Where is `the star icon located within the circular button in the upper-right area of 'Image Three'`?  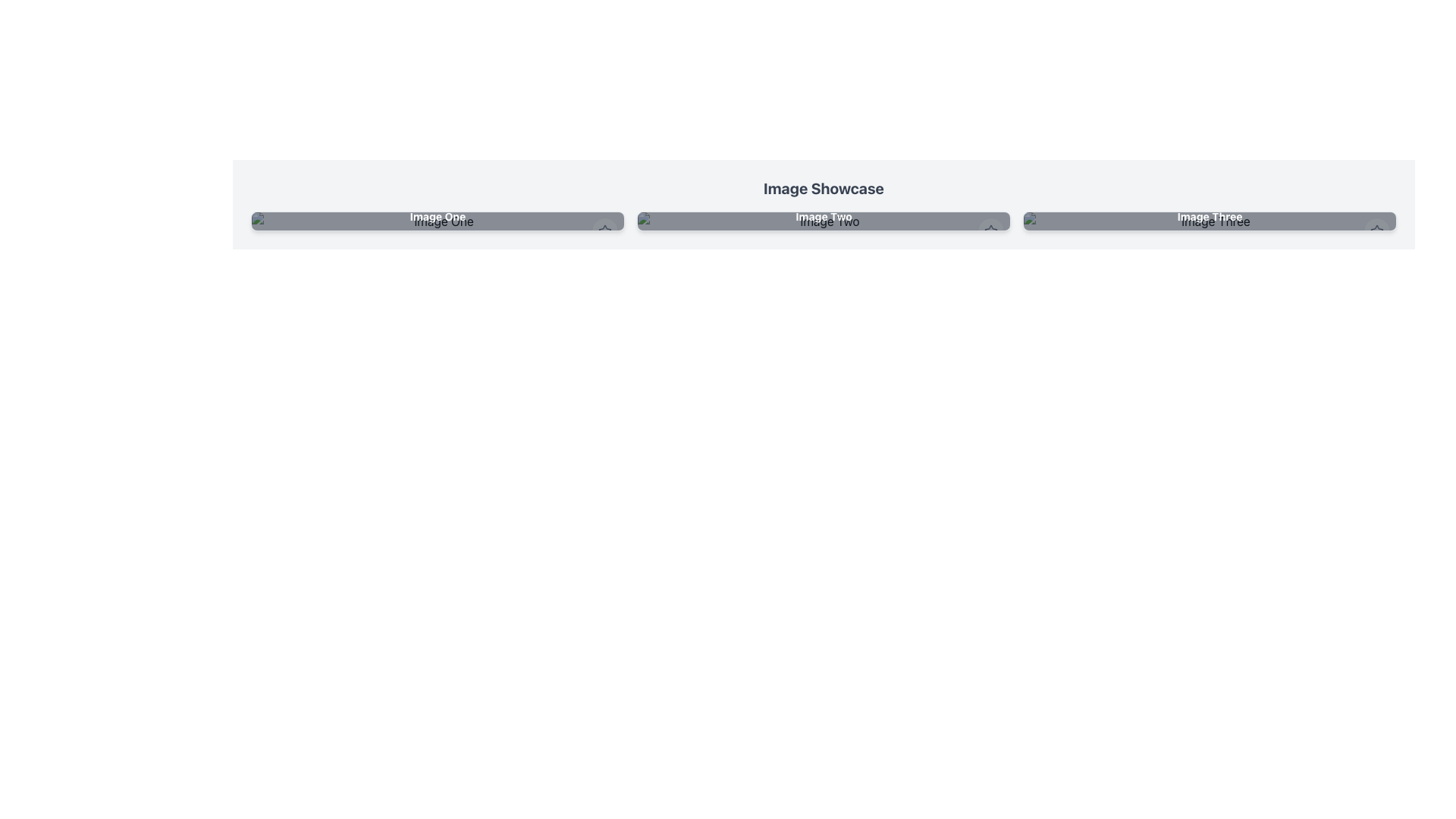 the star icon located within the circular button in the upper-right area of 'Image Three' is located at coordinates (1376, 231).